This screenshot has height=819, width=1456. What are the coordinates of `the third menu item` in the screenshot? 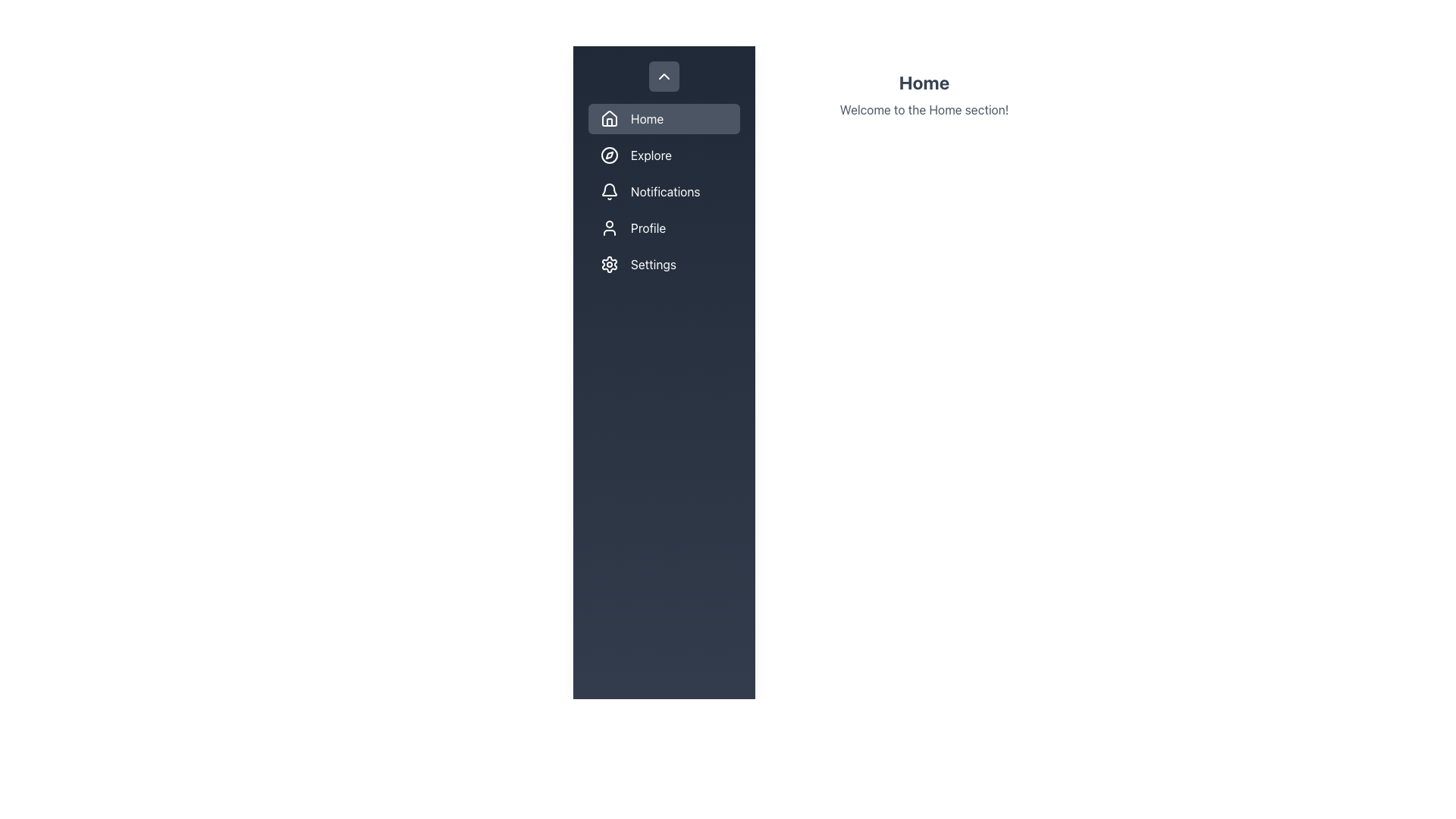 It's located at (664, 191).